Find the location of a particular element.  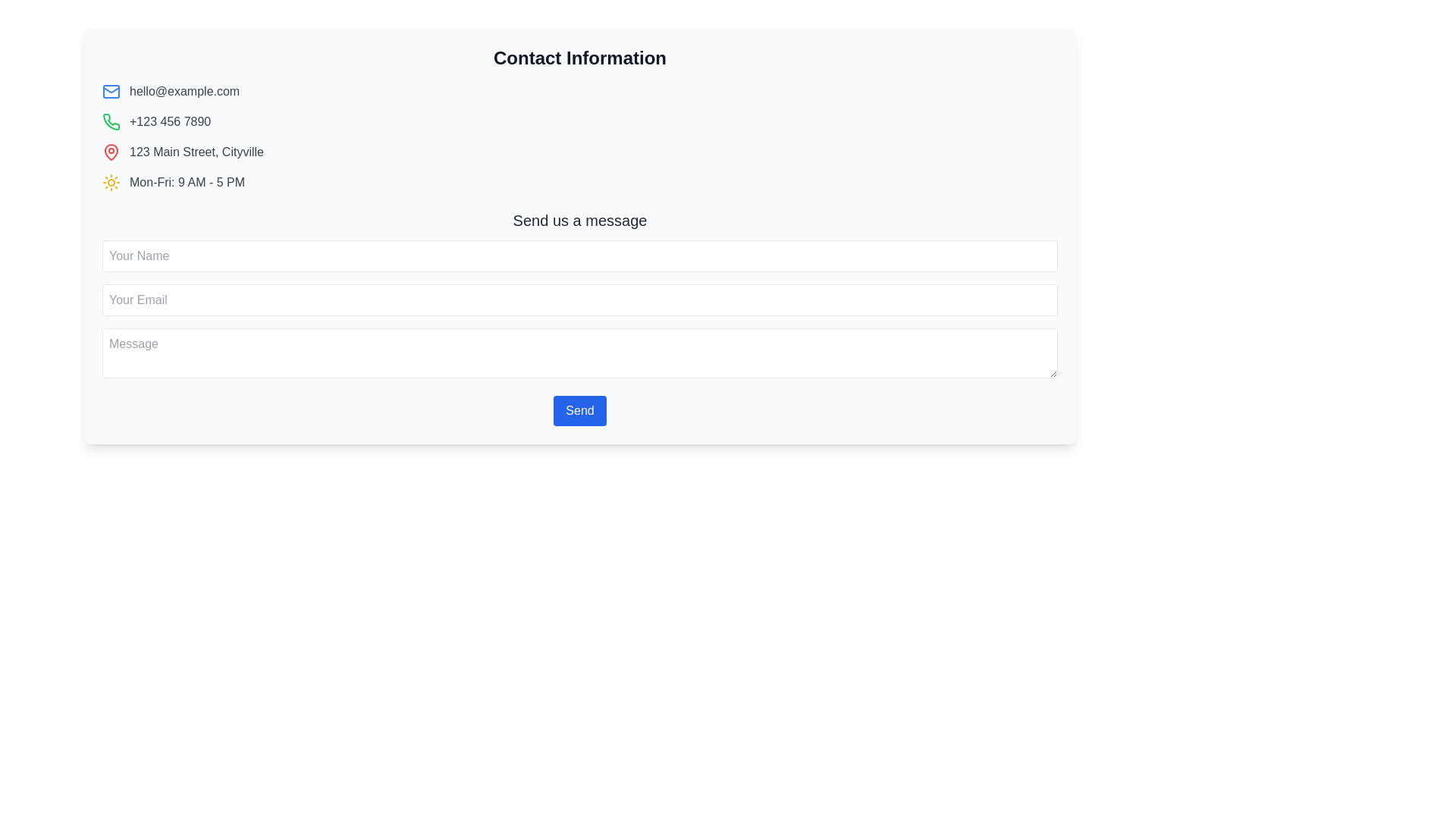

the rectangle that represents the body of the envelope icon, located near the top left corner of the interface within the SVG graphic is located at coordinates (111, 91).